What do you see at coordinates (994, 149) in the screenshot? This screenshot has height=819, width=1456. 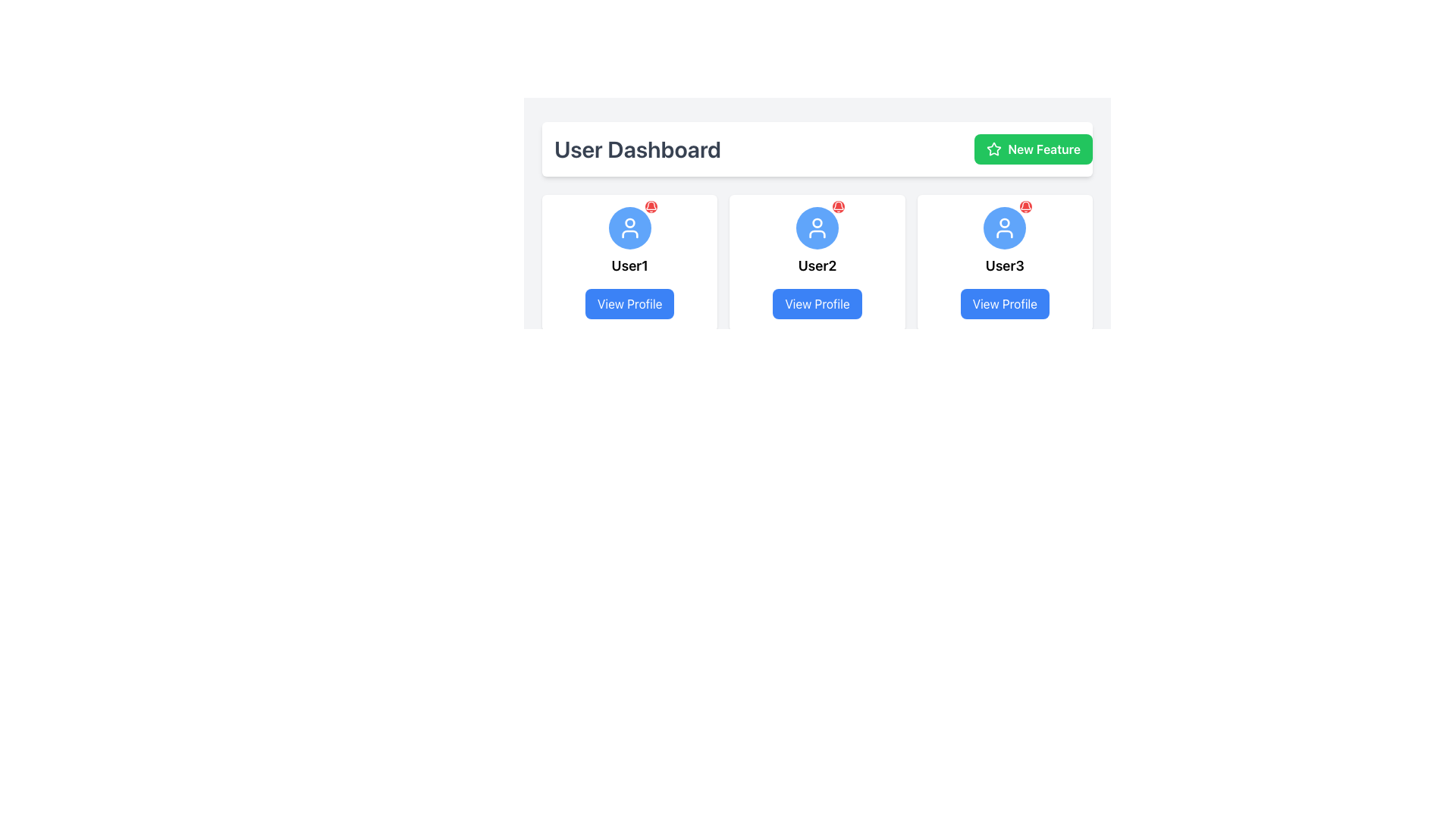 I see `the star icon associated with the 'New Feature' button located in the top-right section of the interface to interact with it` at bounding box center [994, 149].